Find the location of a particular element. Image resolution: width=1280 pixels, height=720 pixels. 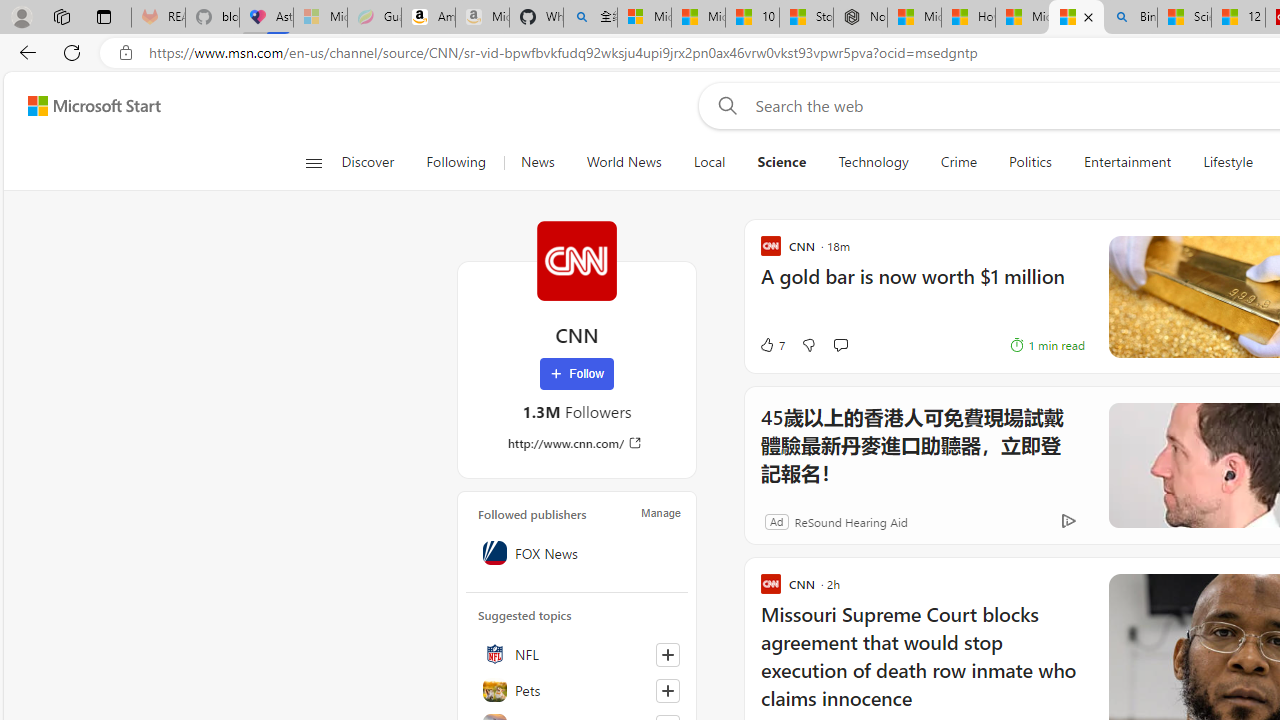

'12 Popular Science Lies that Must be Corrected' is located at coordinates (1237, 17).